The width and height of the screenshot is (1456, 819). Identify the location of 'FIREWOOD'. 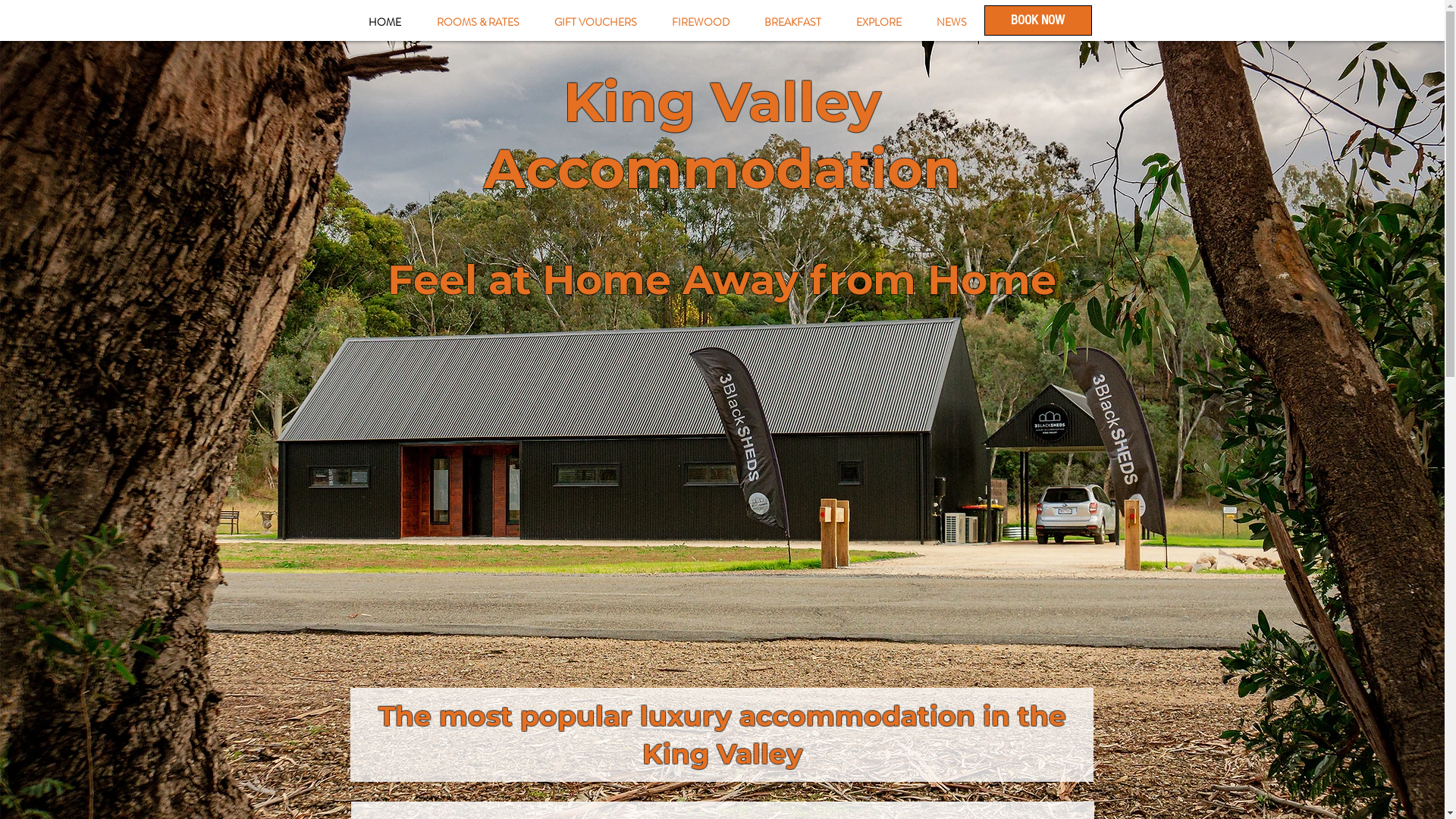
(698, 22).